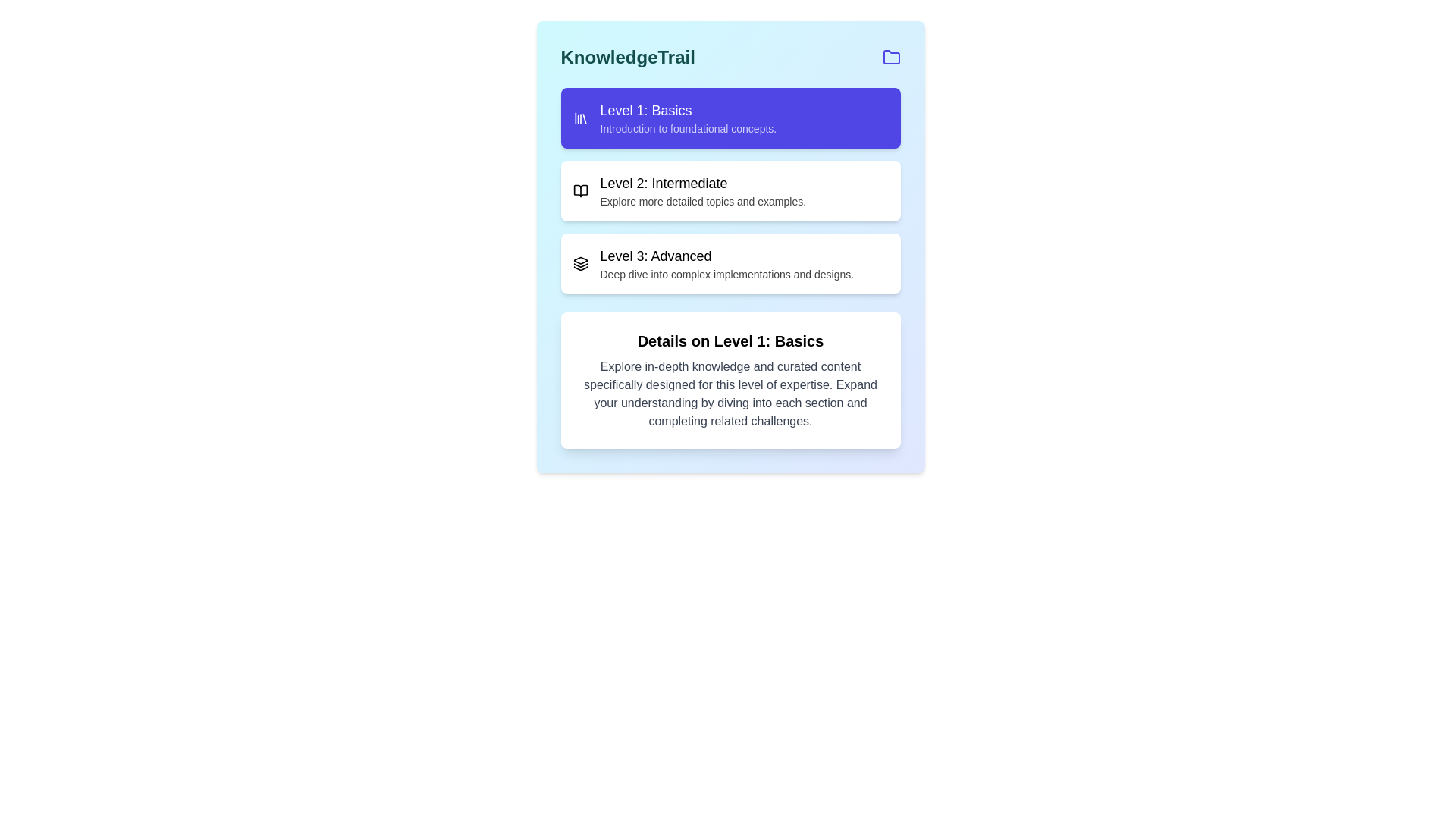 The height and width of the screenshot is (819, 1456). What do you see at coordinates (730, 341) in the screenshot?
I see `Text header that introduces users to Level 1 of the progression system, located within a white card styled box above a descriptive paragraph` at bounding box center [730, 341].